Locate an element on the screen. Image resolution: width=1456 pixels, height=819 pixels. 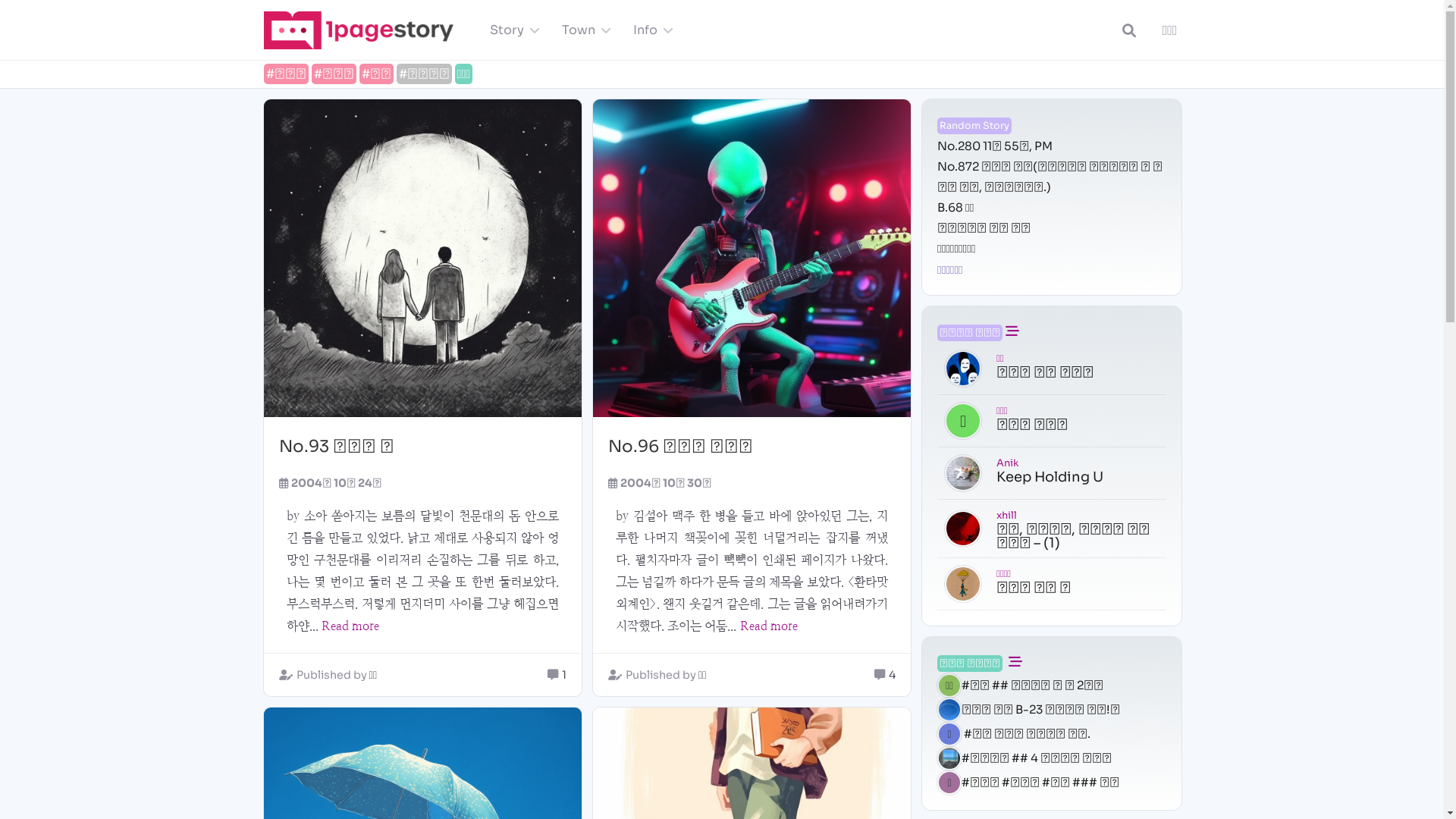
'1' is located at coordinates (563, 674).